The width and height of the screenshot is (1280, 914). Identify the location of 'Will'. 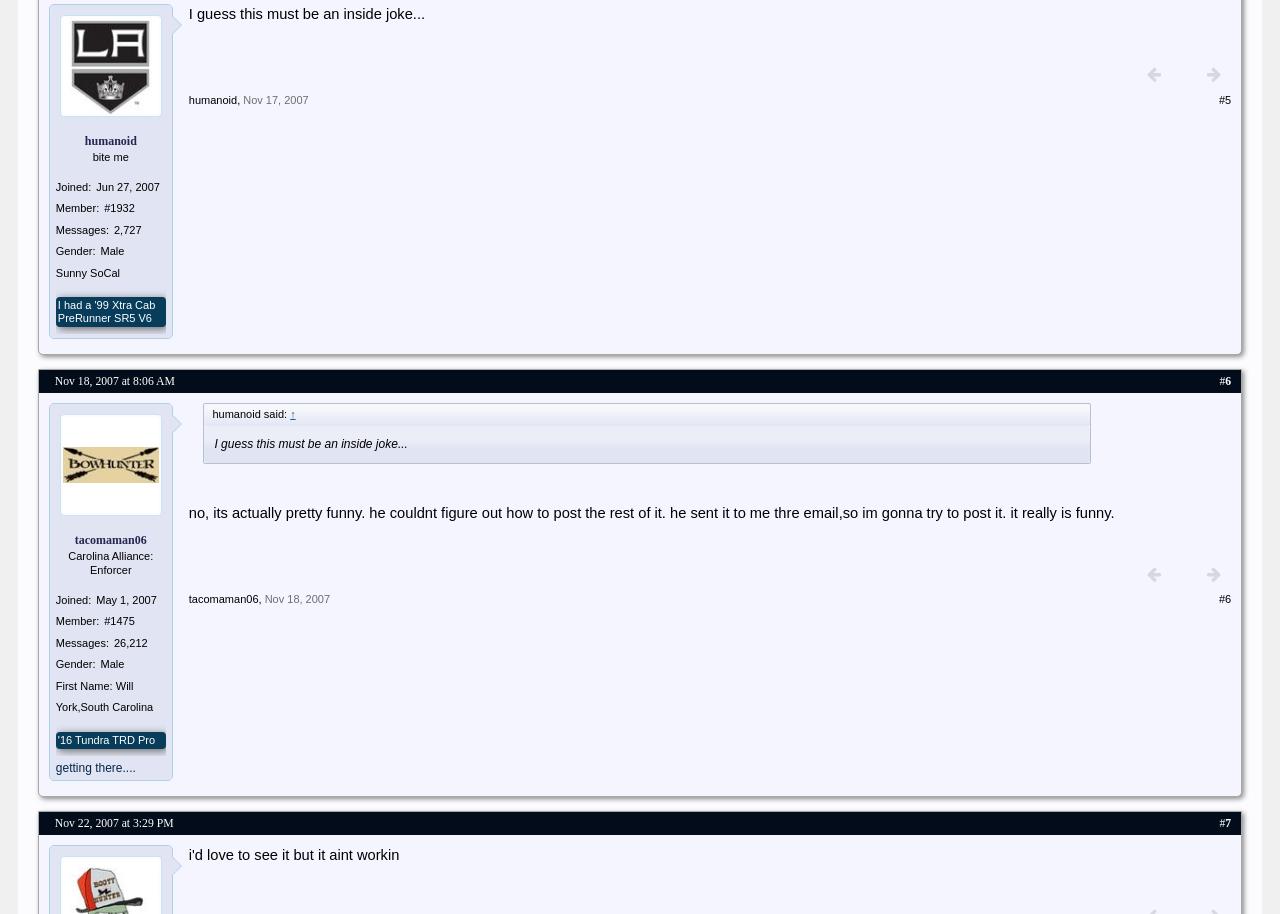
(123, 685).